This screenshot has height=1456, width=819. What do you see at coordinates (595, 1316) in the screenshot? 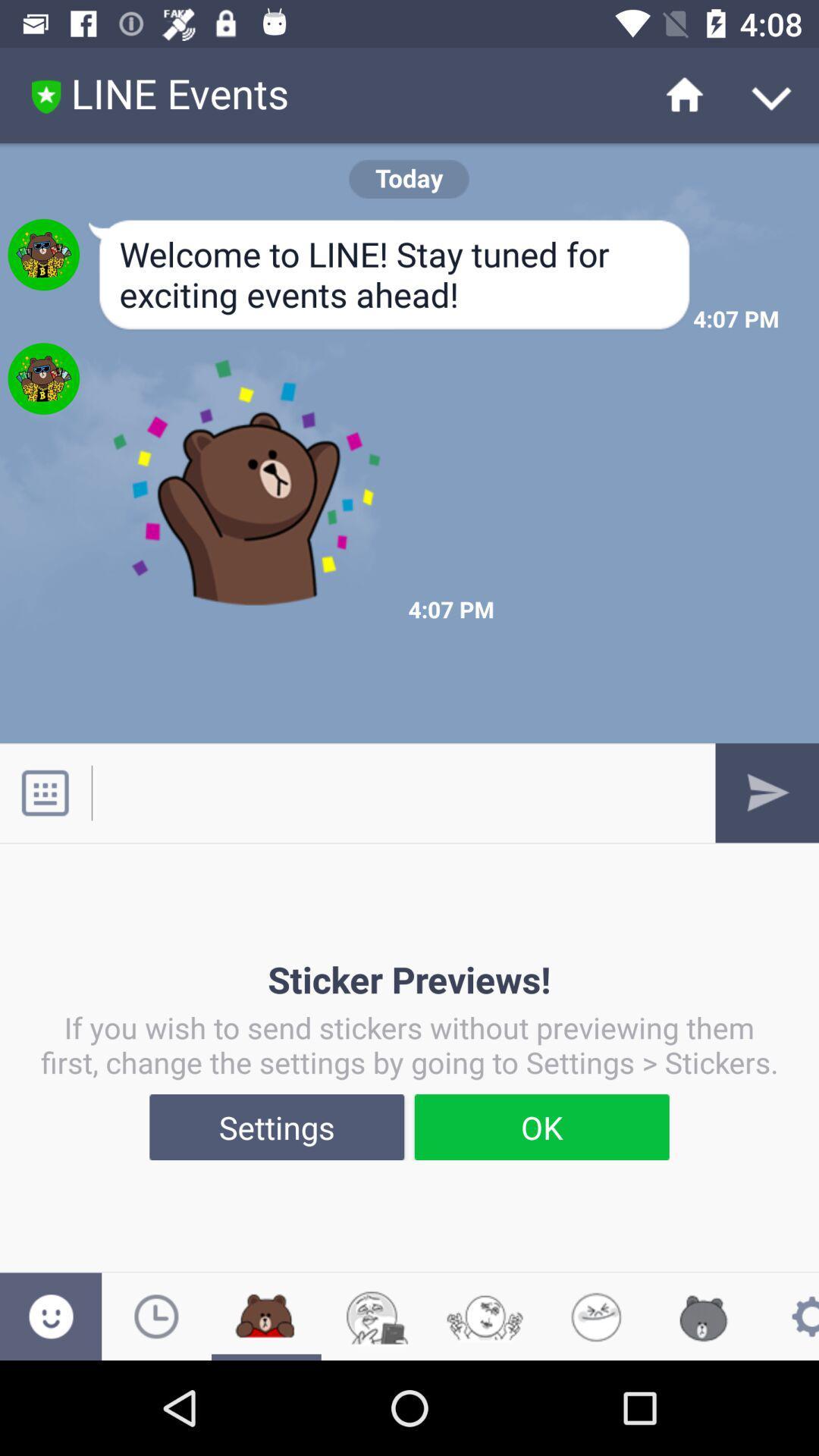
I see `the emoji icon` at bounding box center [595, 1316].